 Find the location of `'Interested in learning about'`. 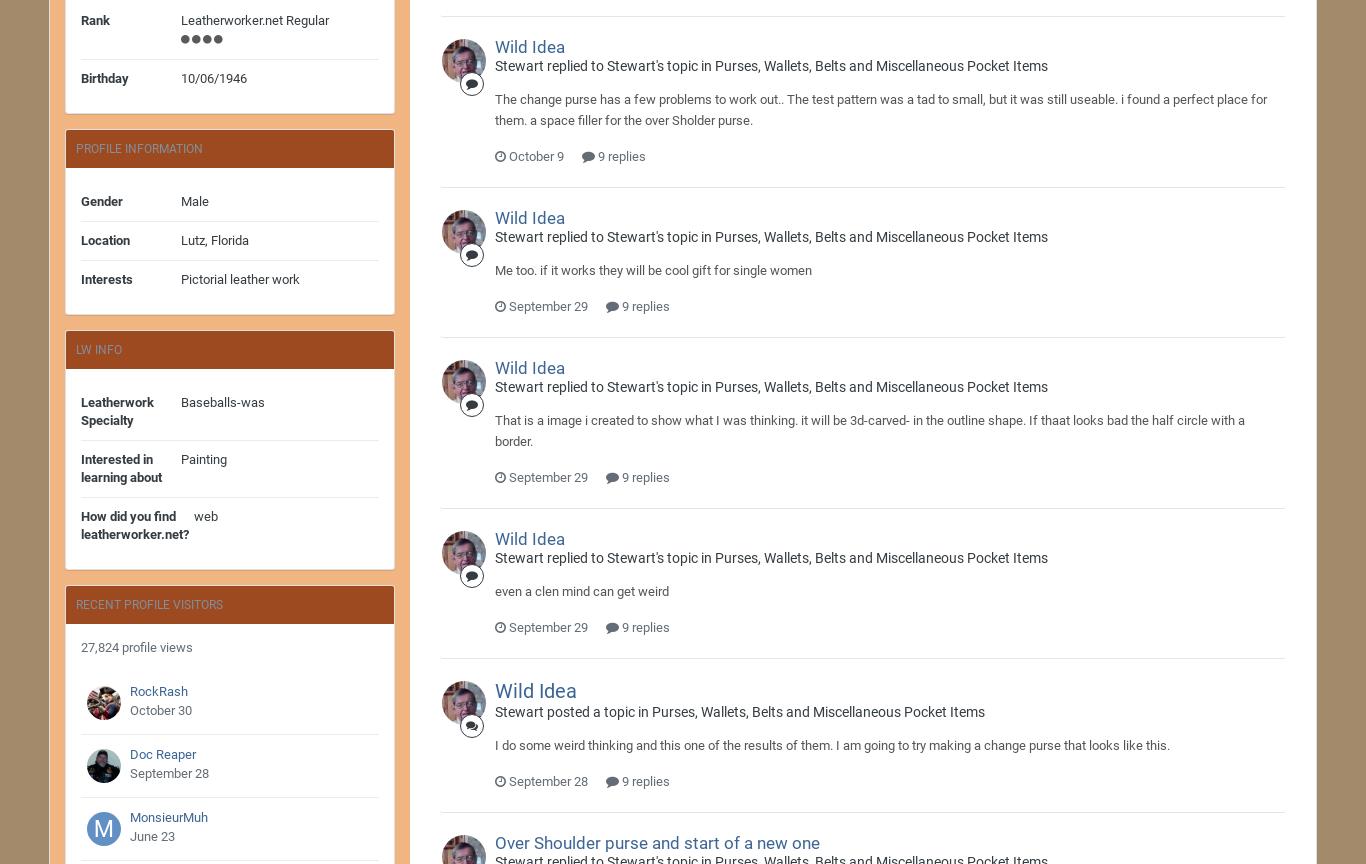

'Interested in learning about' is located at coordinates (81, 468).